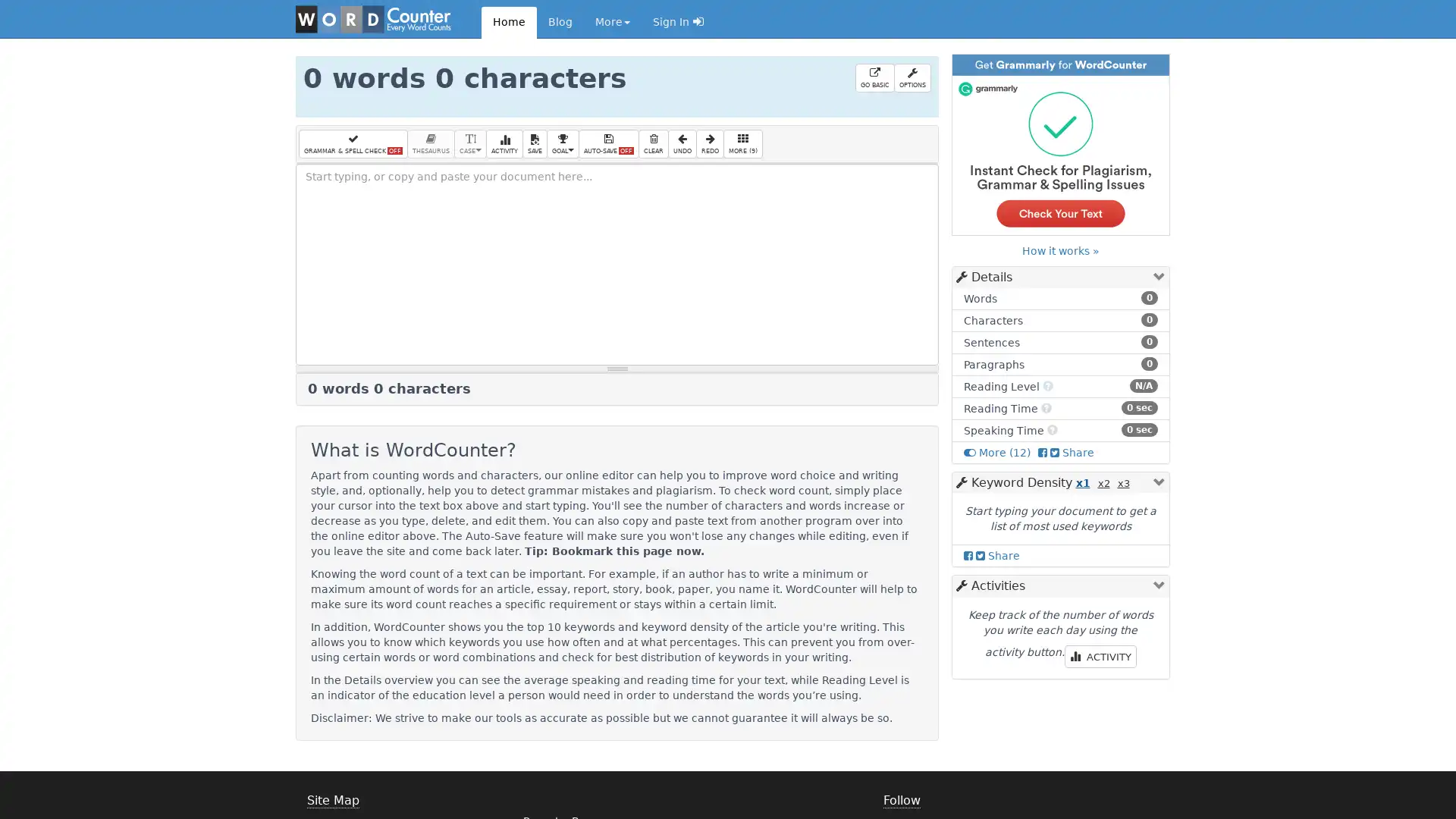 Image resolution: width=1456 pixels, height=819 pixels. Describe the element at coordinates (911, 77) in the screenshot. I see `OPTIONS` at that location.